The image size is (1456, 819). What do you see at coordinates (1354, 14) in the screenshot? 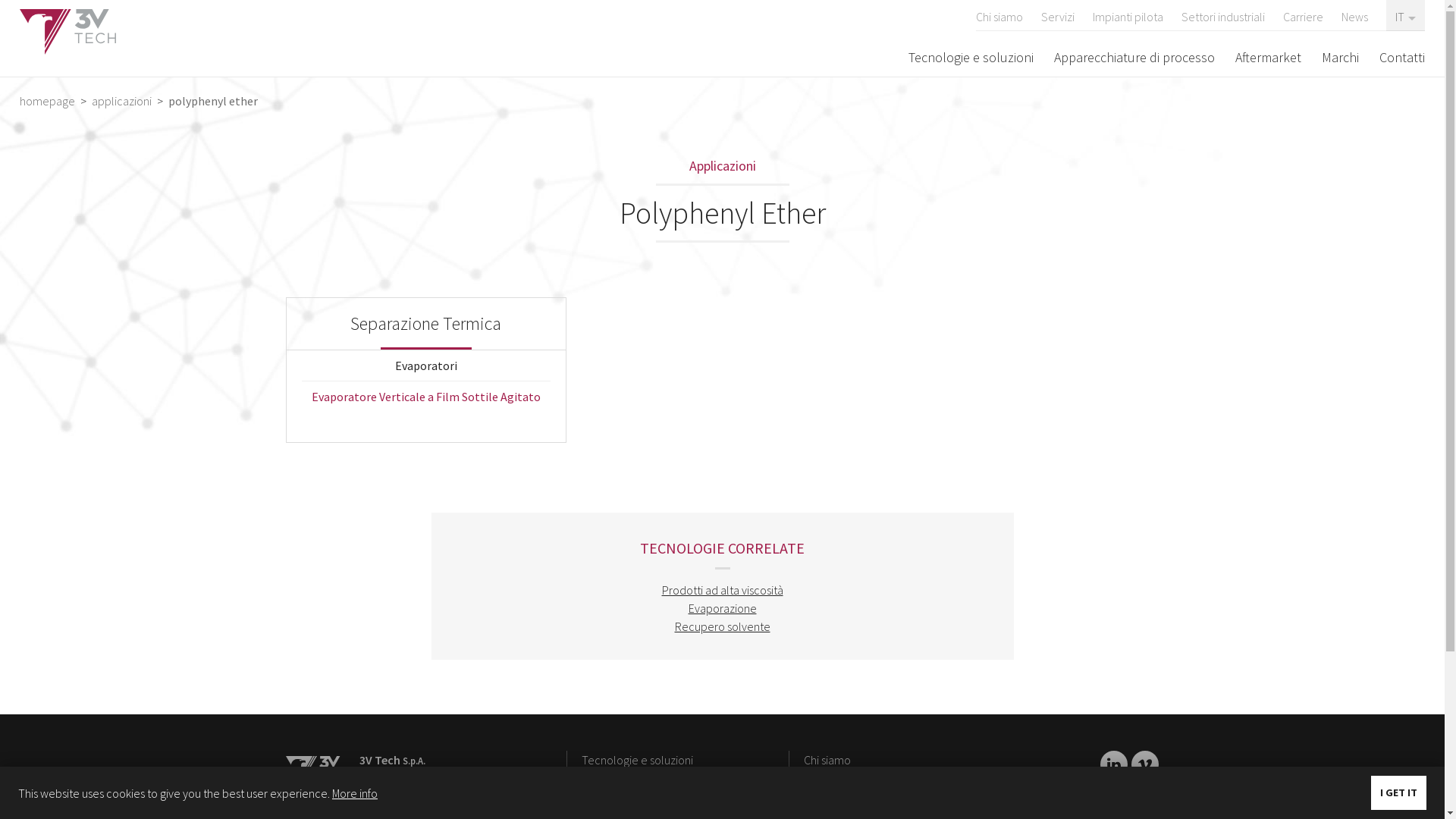
I see `'News'` at bounding box center [1354, 14].